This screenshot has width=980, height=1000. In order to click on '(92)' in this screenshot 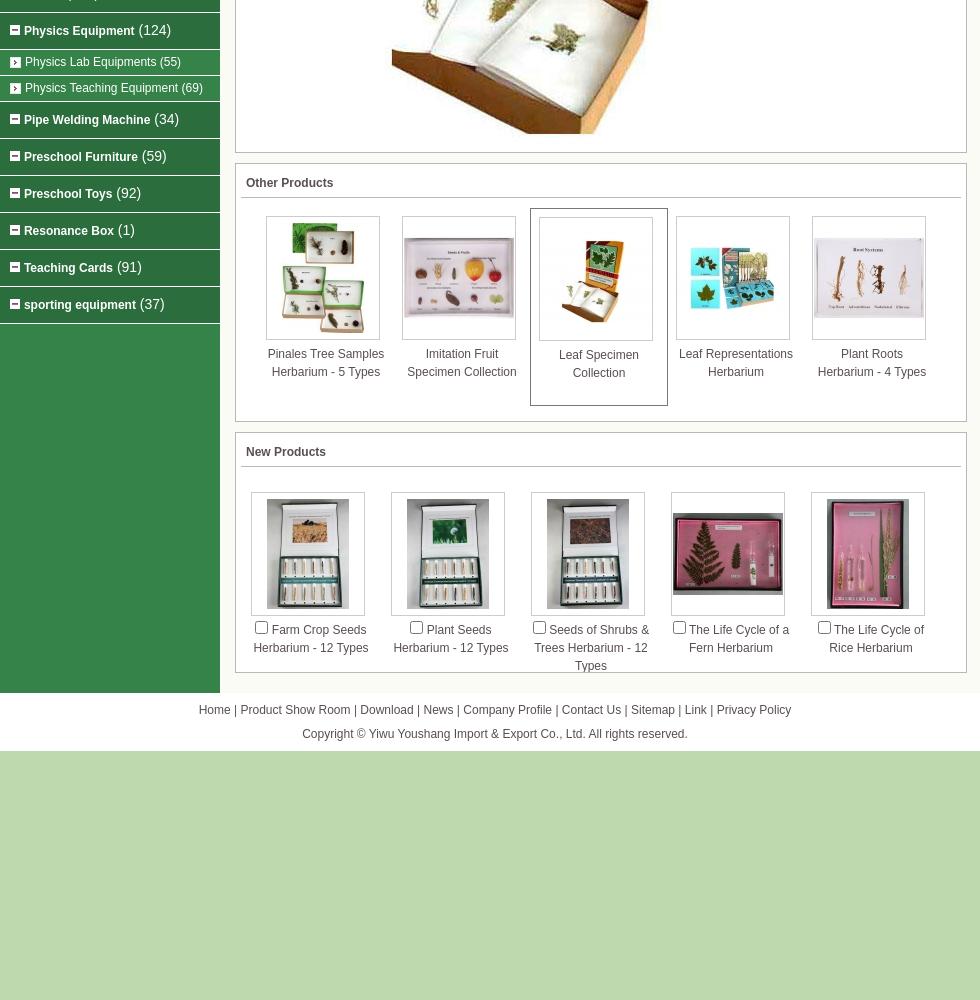, I will do `click(125, 192)`.